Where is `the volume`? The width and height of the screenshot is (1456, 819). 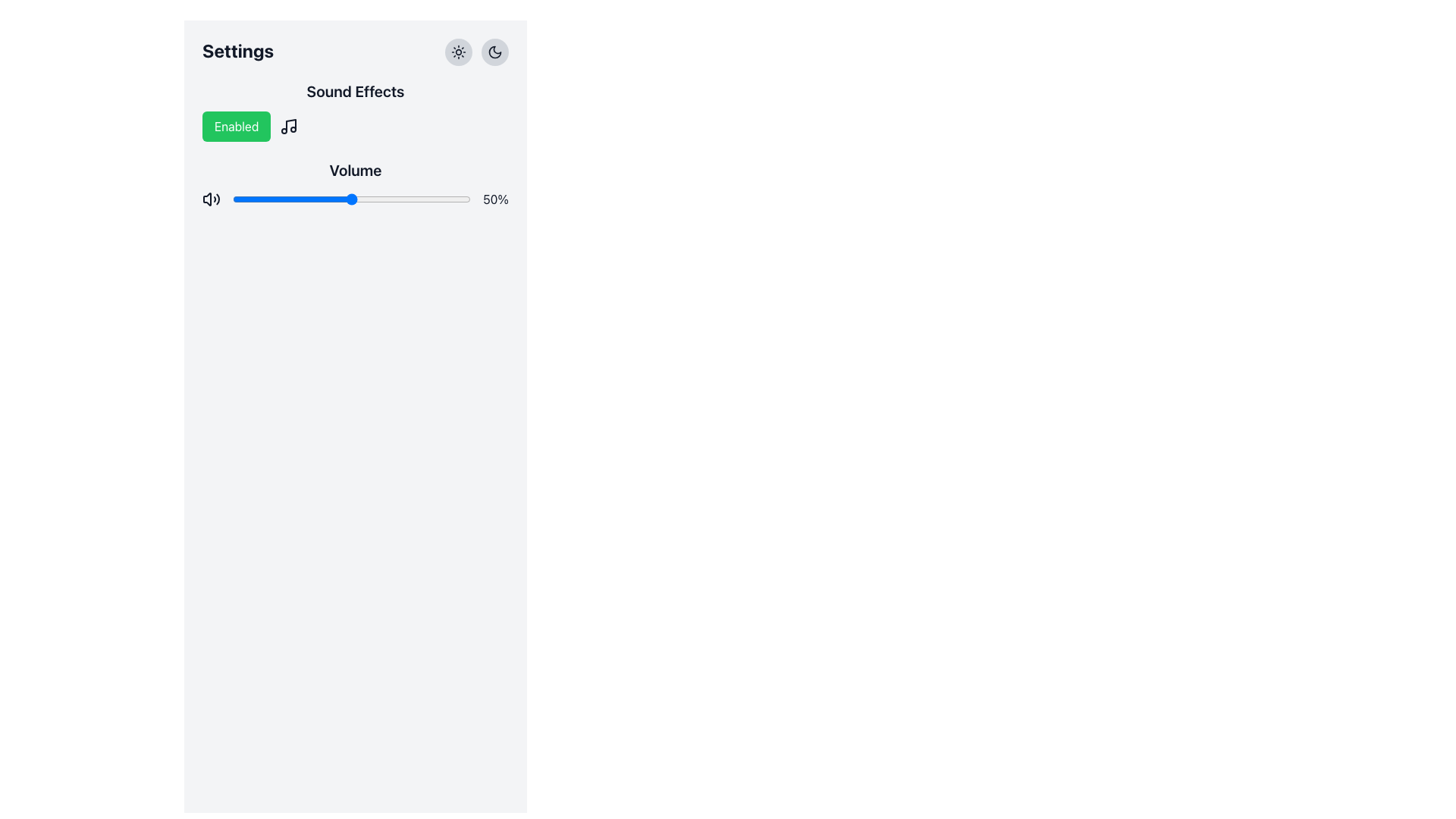
the volume is located at coordinates (401, 198).